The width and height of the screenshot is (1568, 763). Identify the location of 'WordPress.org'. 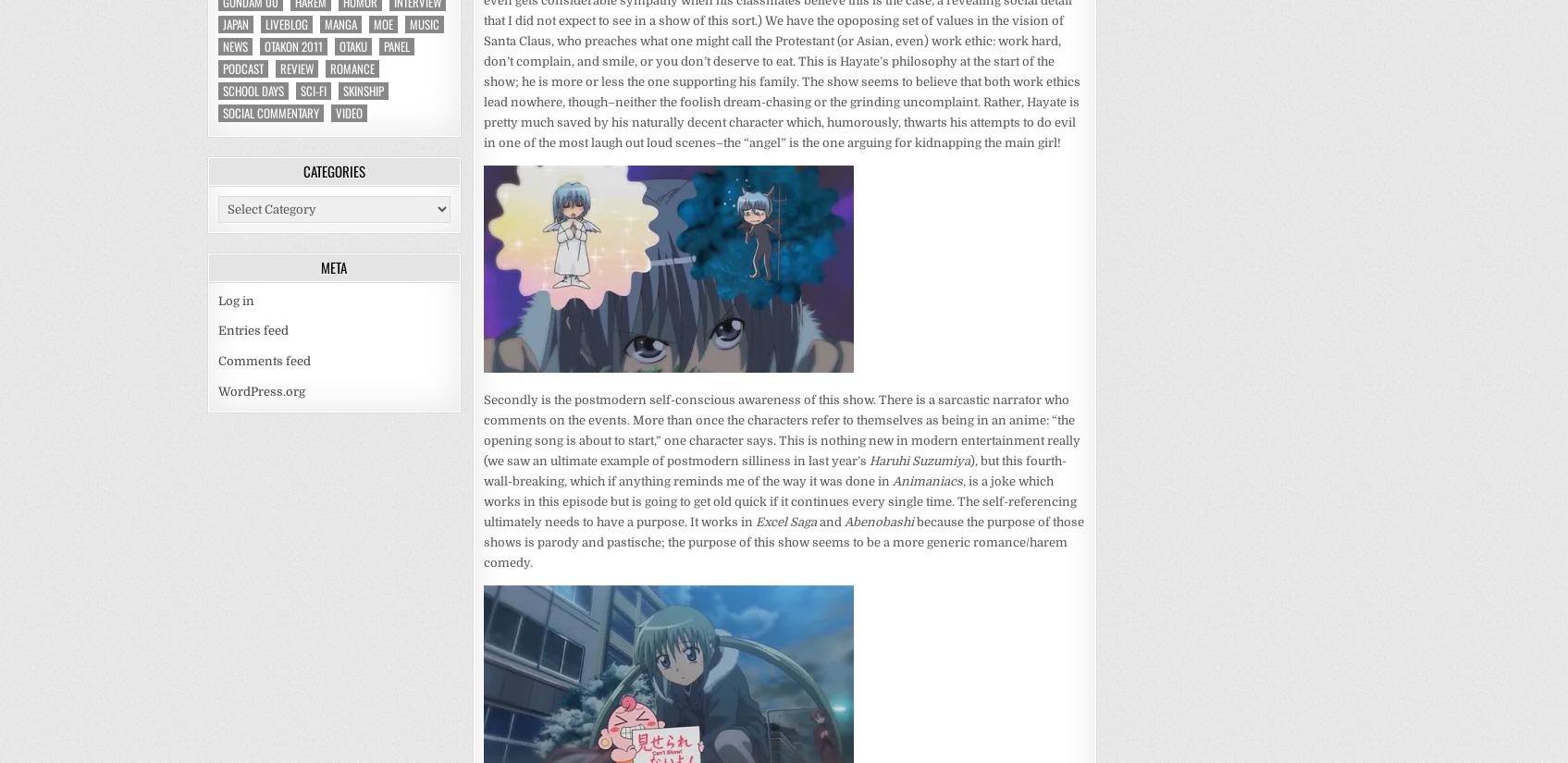
(261, 391).